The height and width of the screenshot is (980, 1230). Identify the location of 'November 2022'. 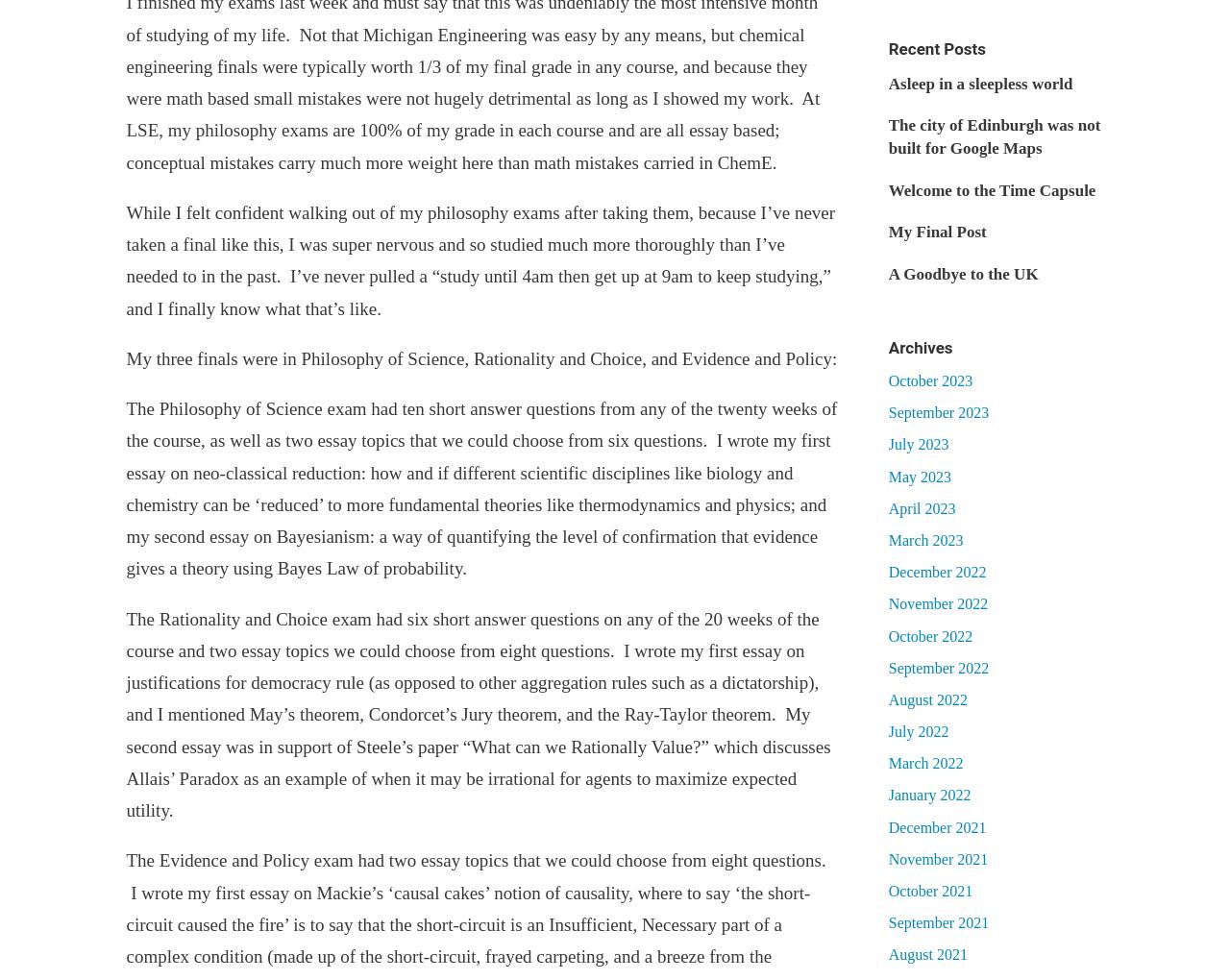
(938, 602).